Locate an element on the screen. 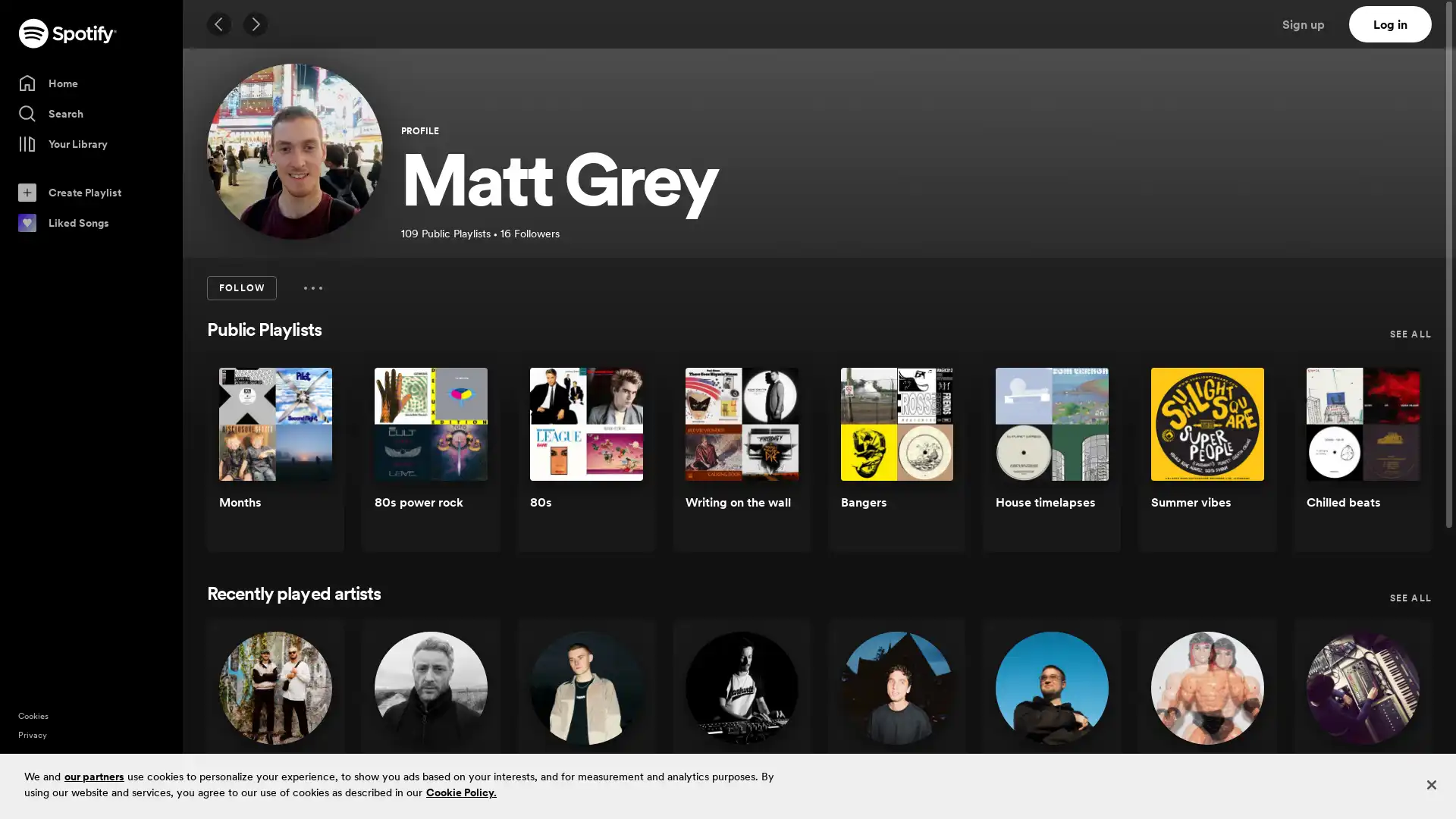 This screenshot has width=1456, height=819. Sign up free is located at coordinates (1379, 795).